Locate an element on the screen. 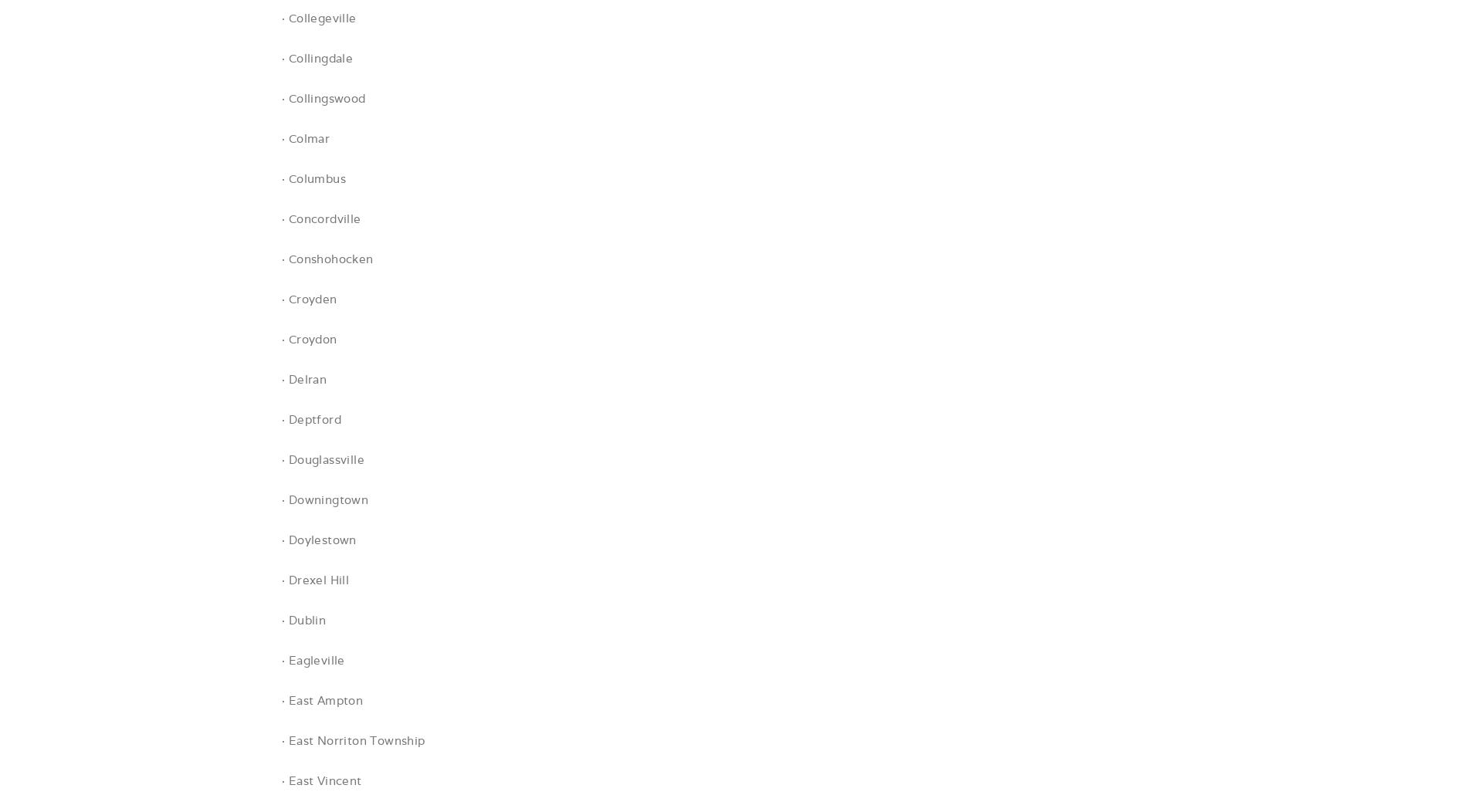  '· Deptford' is located at coordinates (310, 419).